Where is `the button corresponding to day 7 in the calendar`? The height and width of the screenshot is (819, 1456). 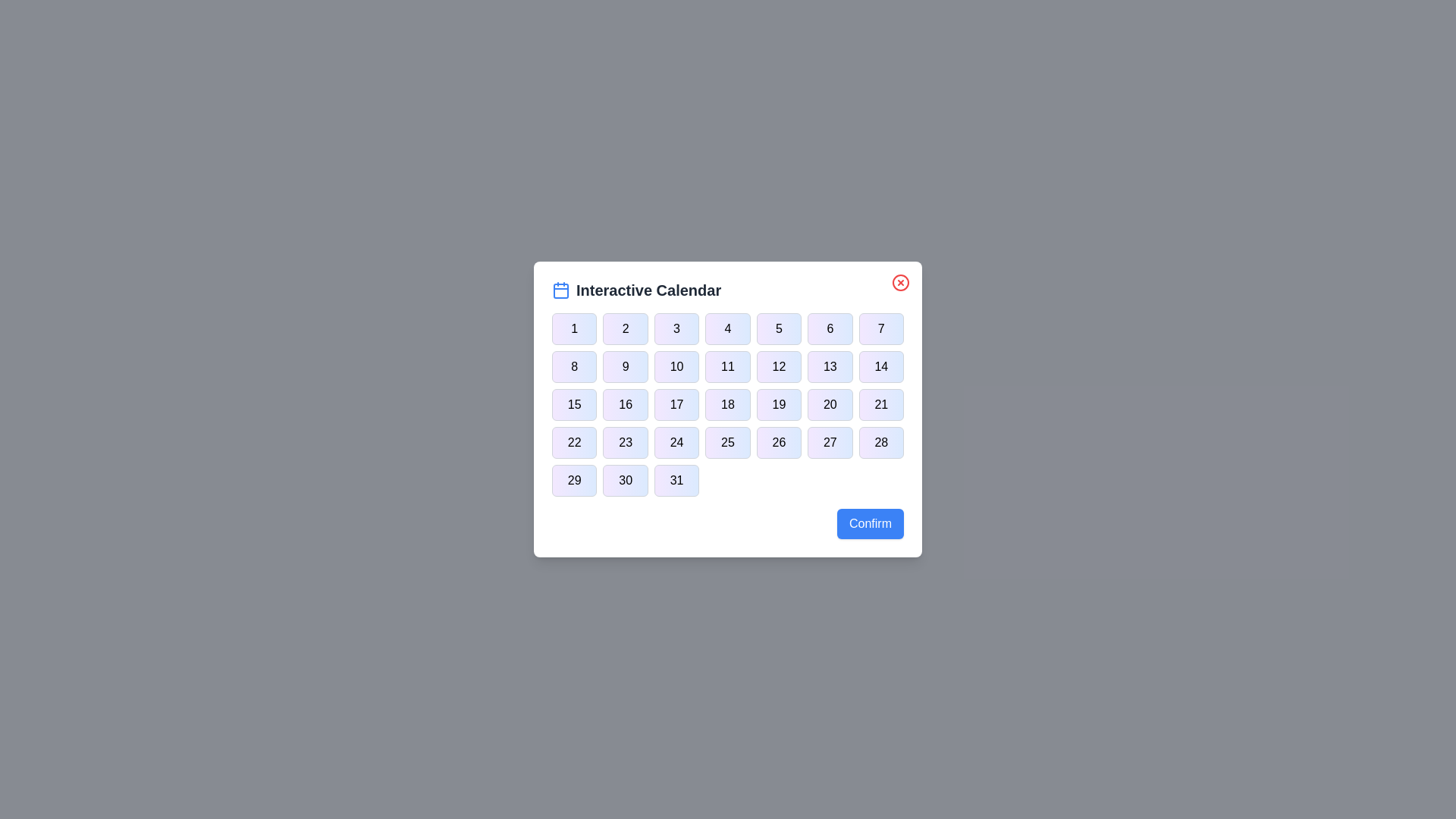
the button corresponding to day 7 in the calendar is located at coordinates (881, 328).